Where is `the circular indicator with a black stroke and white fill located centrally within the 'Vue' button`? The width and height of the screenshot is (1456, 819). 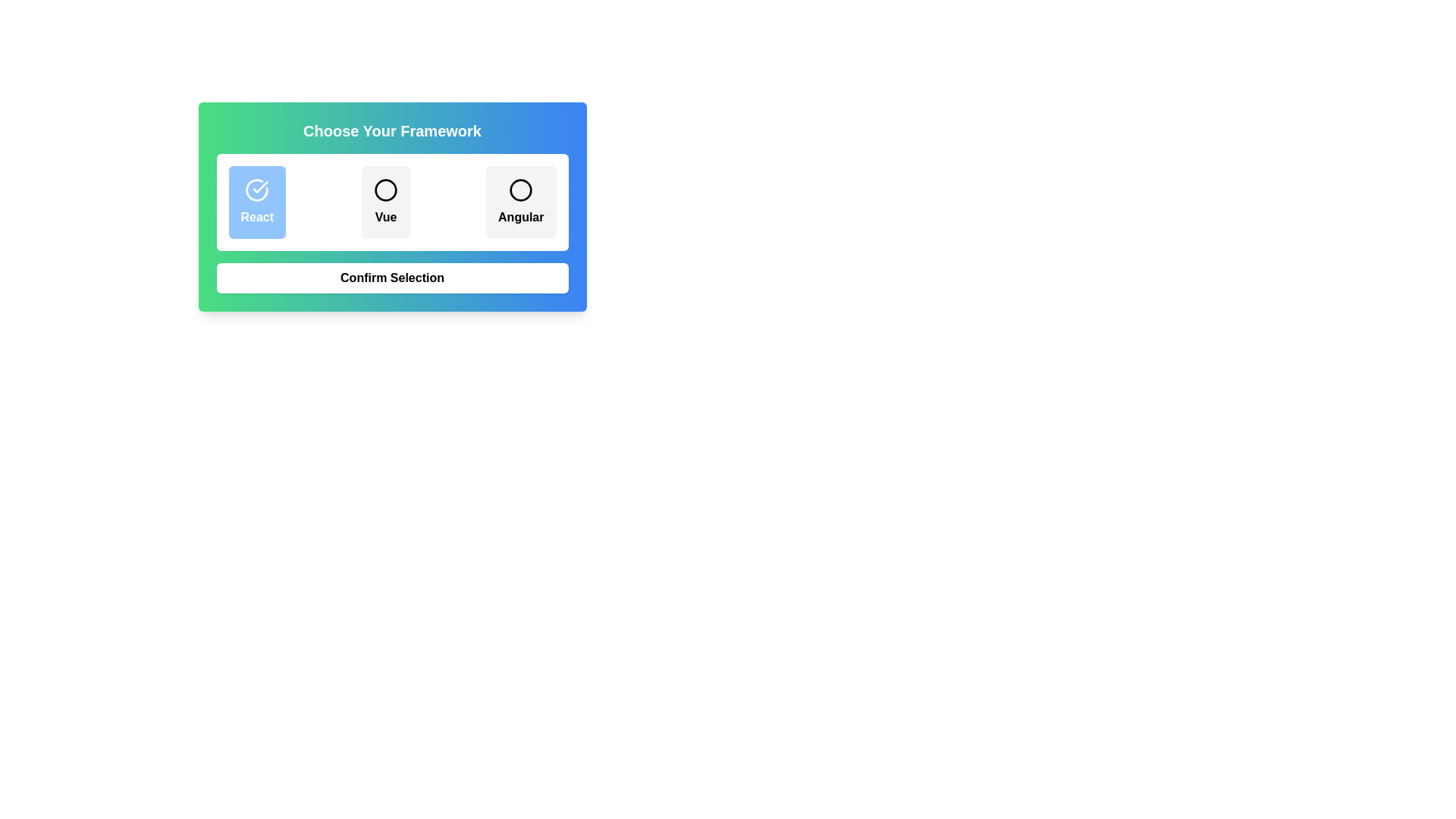
the circular indicator with a black stroke and white fill located centrally within the 'Vue' button is located at coordinates (385, 189).